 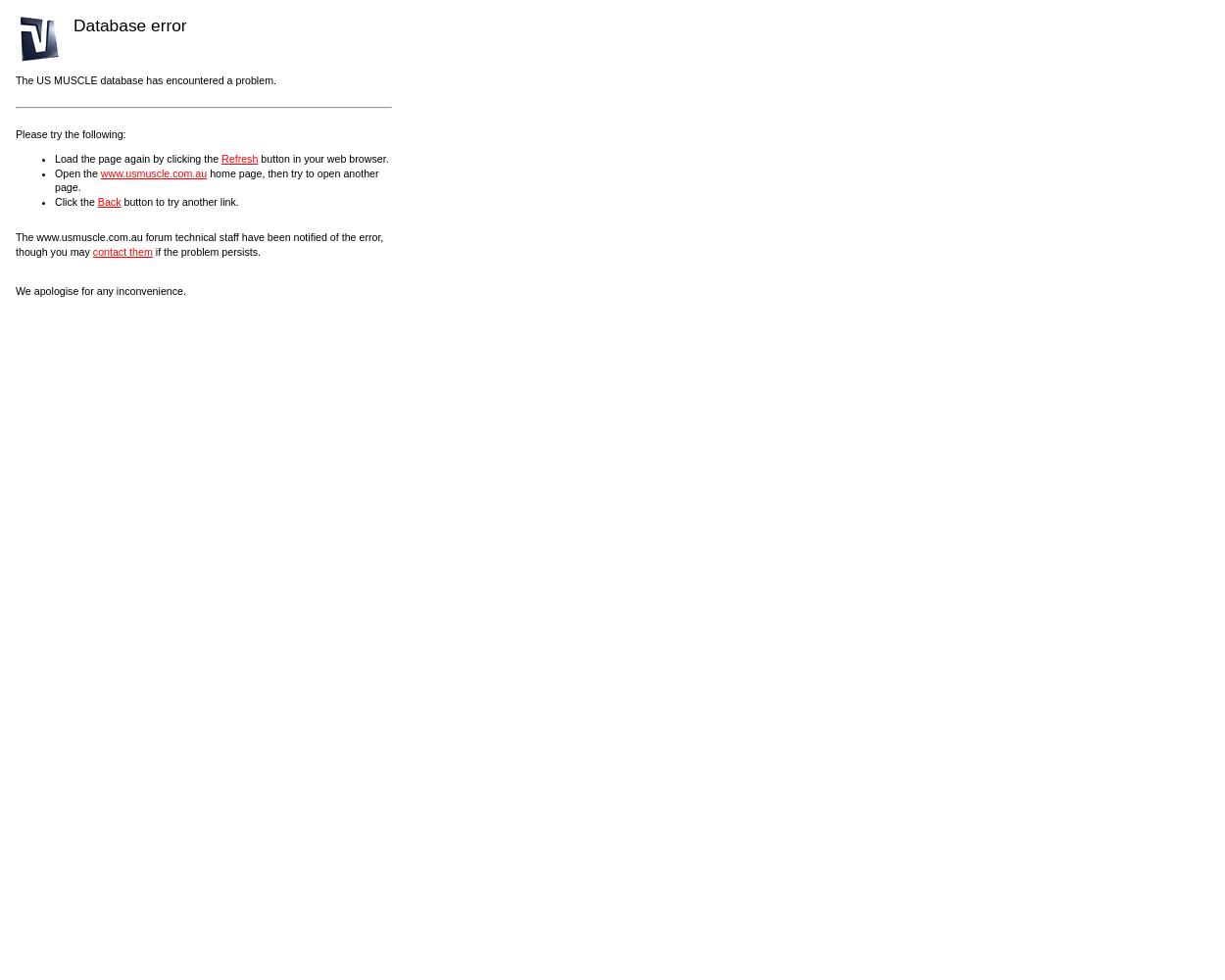 I want to click on 'if the problem persists.', so click(x=152, y=251).